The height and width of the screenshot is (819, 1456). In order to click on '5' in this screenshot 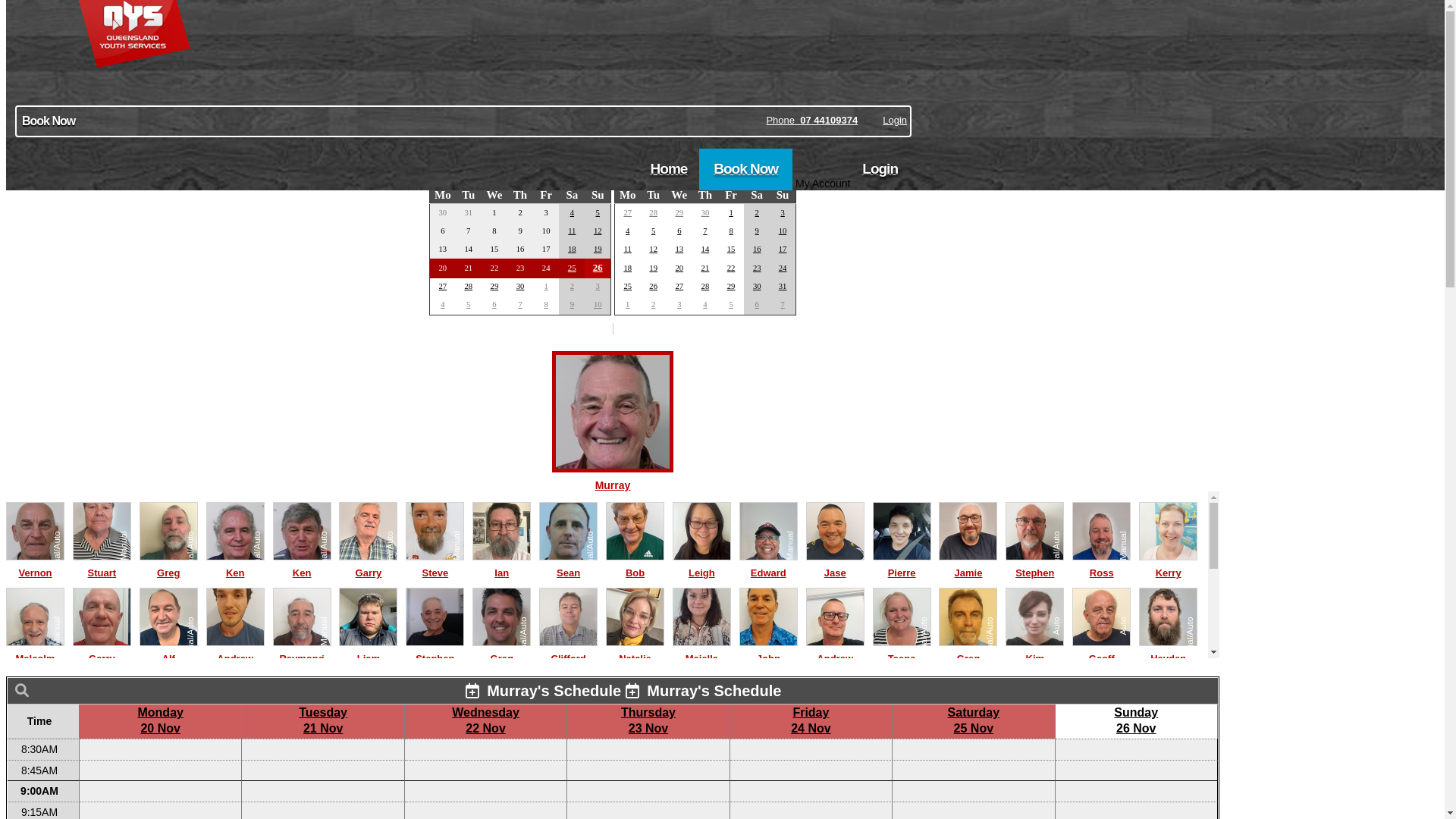, I will do `click(653, 231)`.